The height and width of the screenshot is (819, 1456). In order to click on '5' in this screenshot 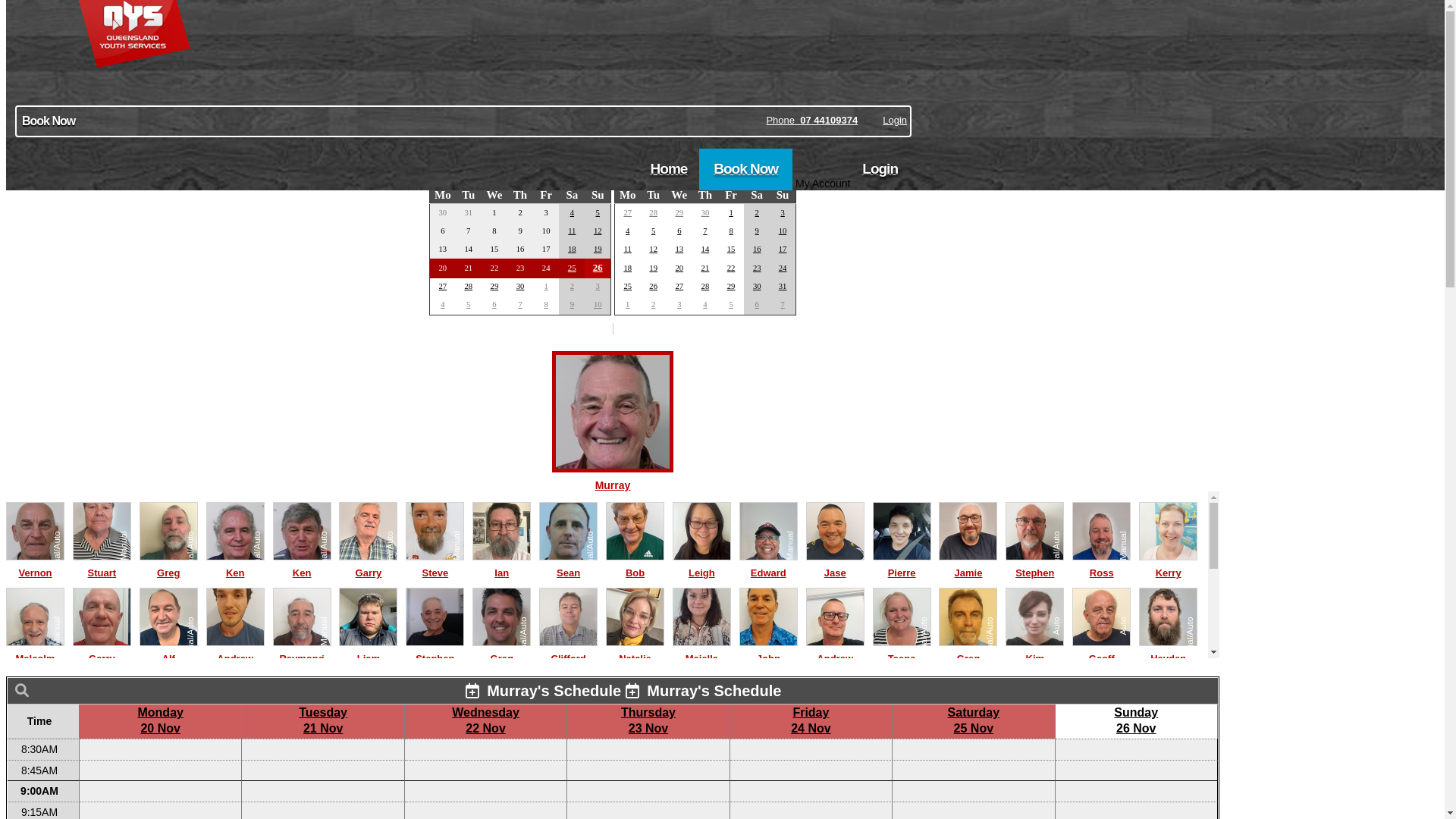, I will do `click(653, 231)`.